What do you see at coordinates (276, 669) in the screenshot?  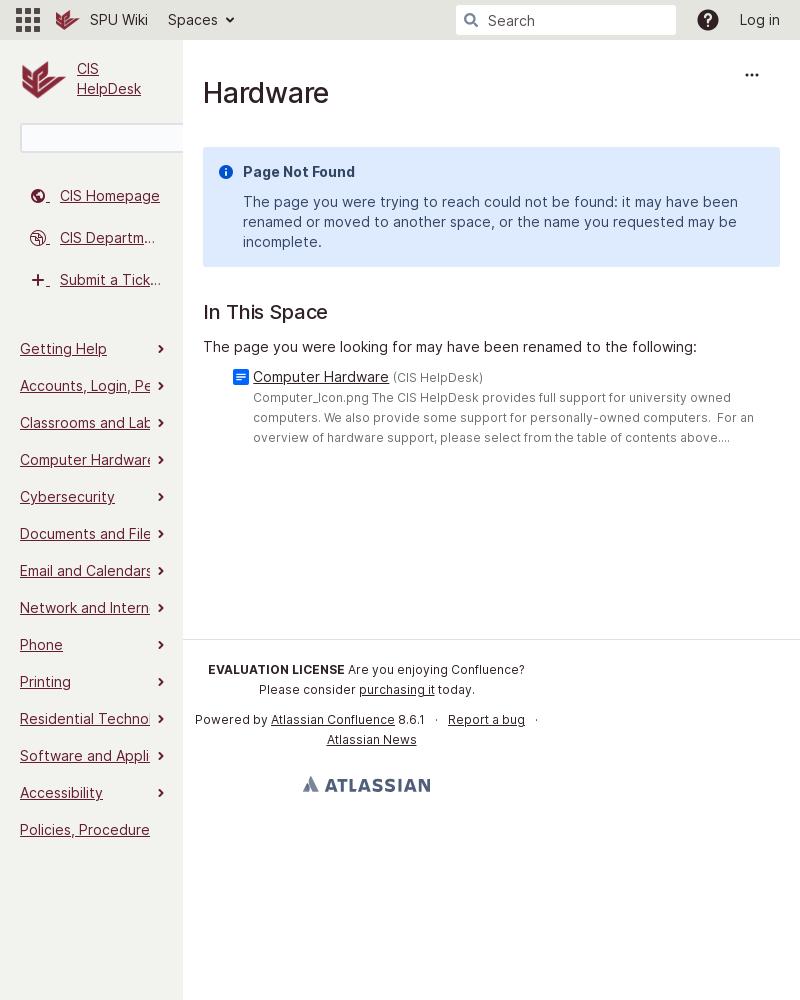 I see `'EVALUATION LICENSE'` at bounding box center [276, 669].